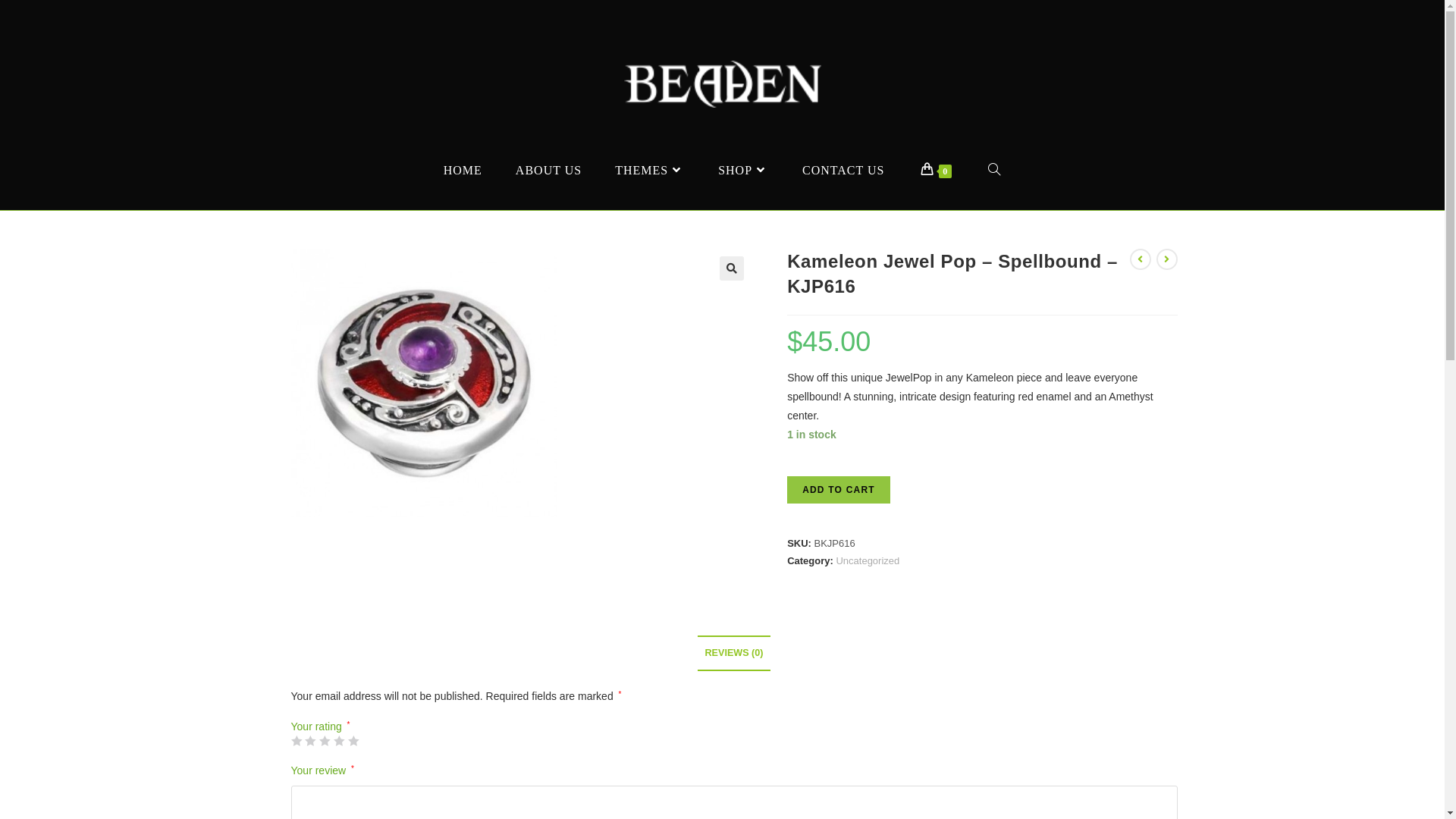  Describe the element at coordinates (548, 170) in the screenshot. I see `'ABOUT US'` at that location.